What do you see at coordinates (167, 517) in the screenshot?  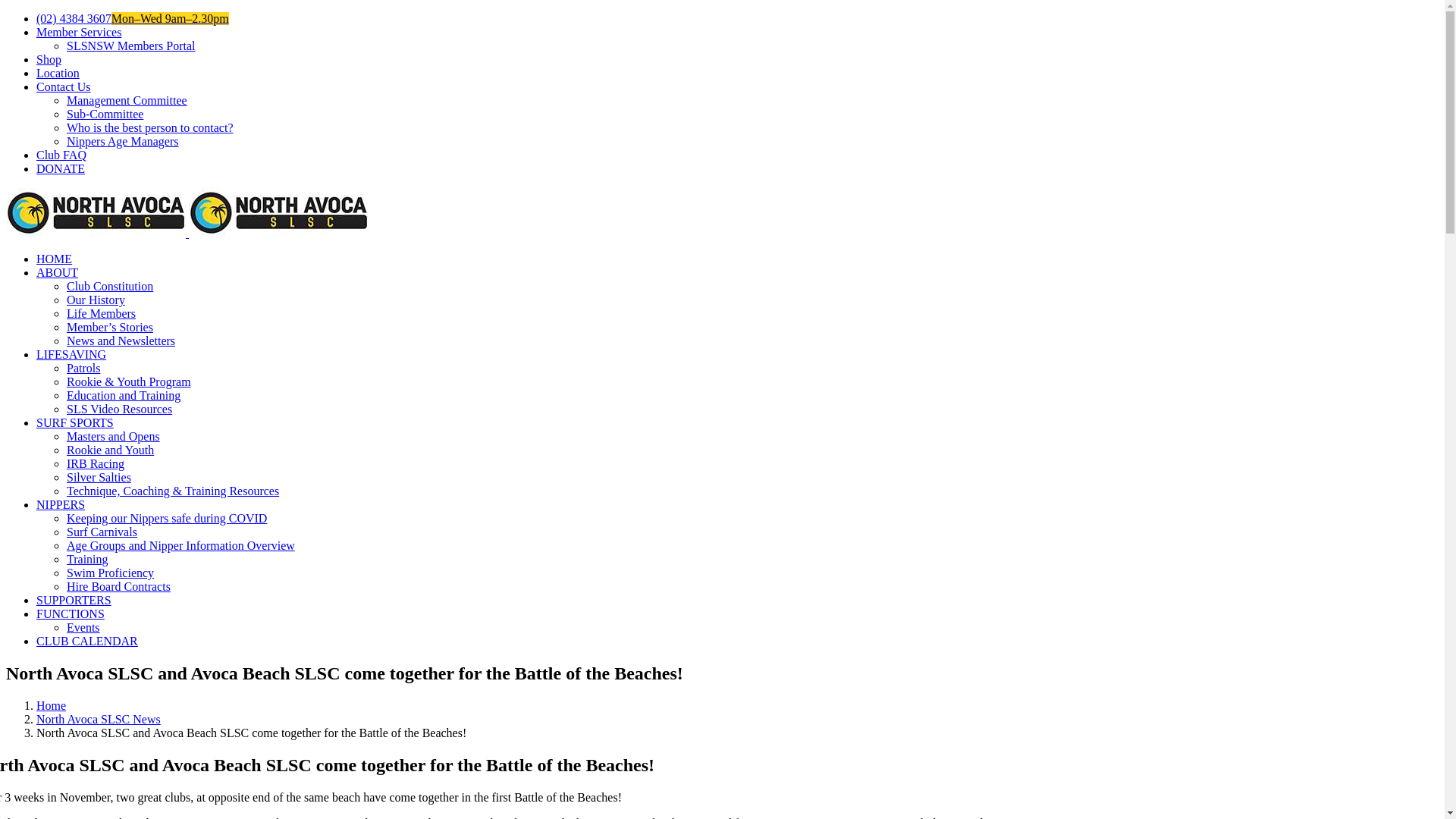 I see `'Keeping our Nippers safe during COVID'` at bounding box center [167, 517].